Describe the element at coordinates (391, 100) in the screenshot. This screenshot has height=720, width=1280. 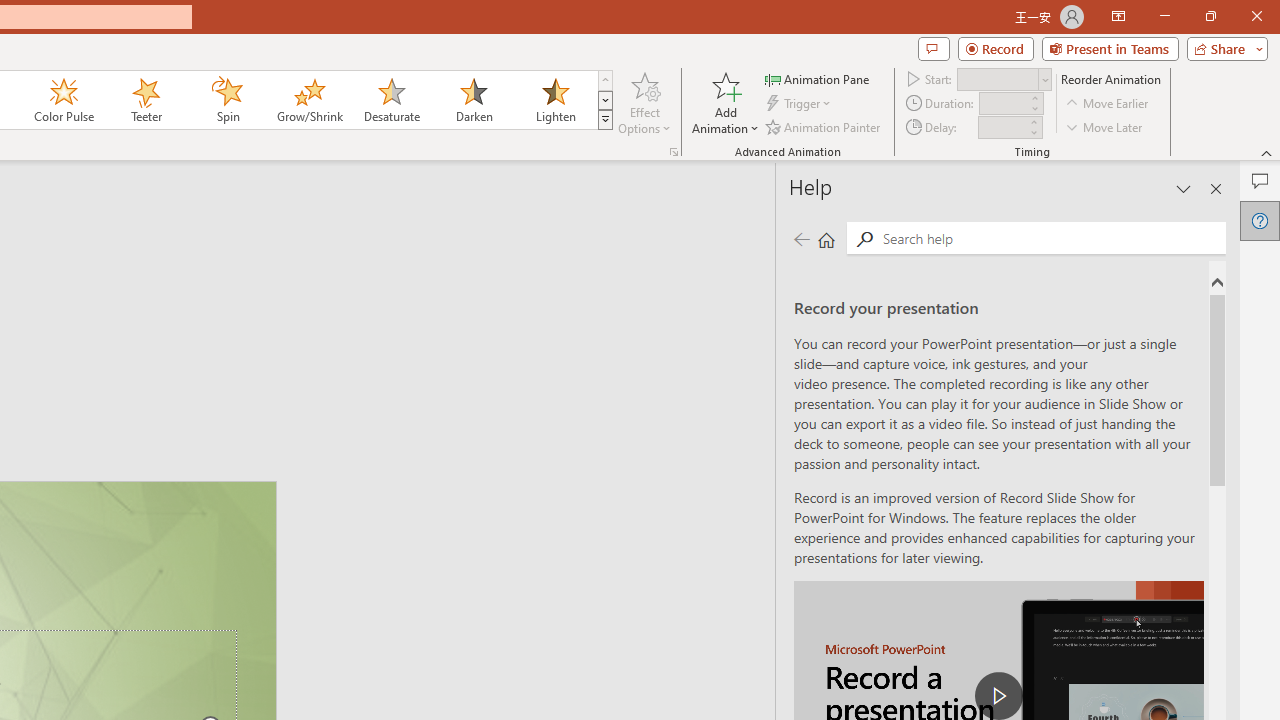
I see `'Desaturate'` at that location.